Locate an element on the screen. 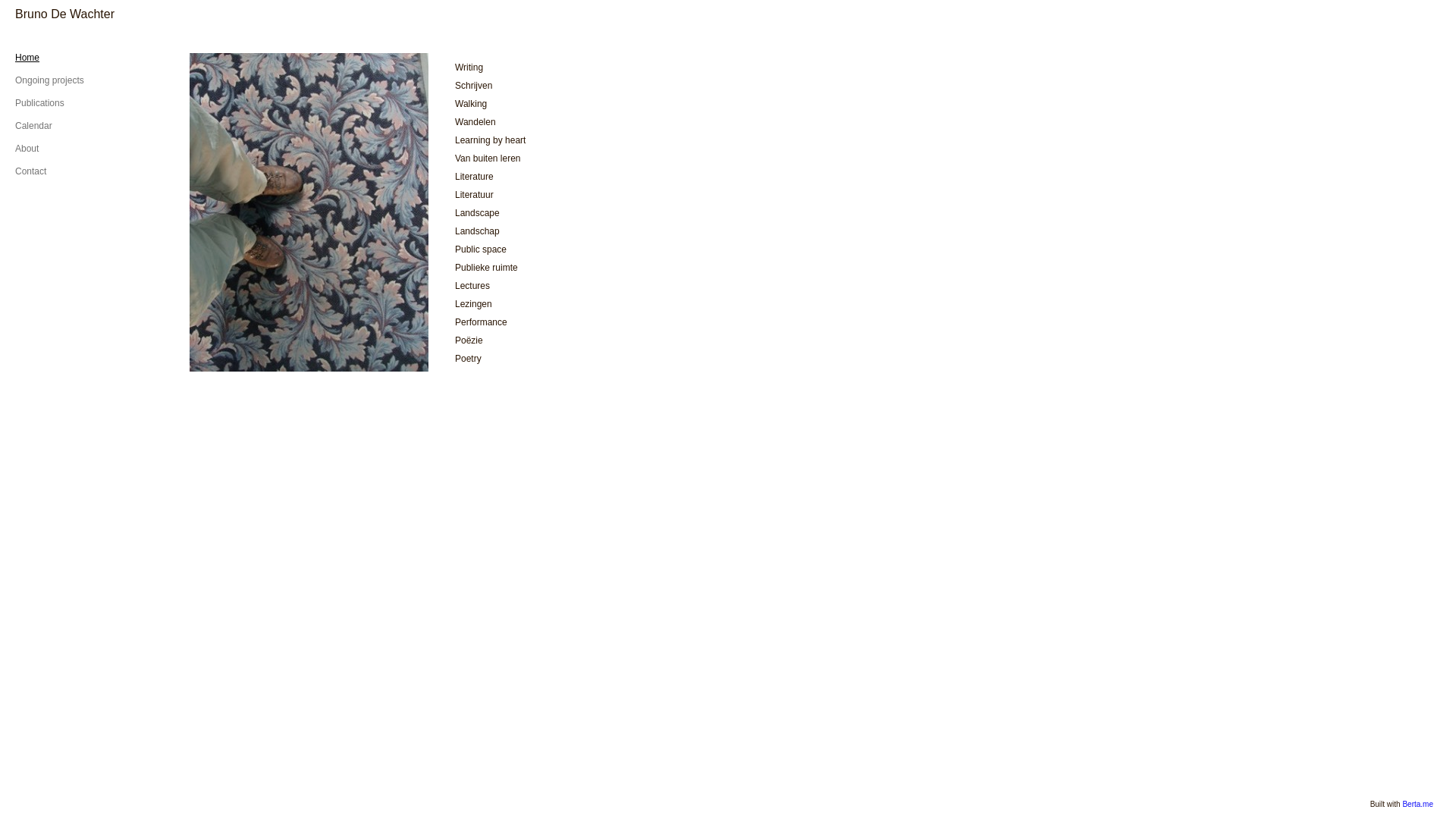 This screenshot has height=819, width=1456. 'Berta.me' is located at coordinates (1417, 803).